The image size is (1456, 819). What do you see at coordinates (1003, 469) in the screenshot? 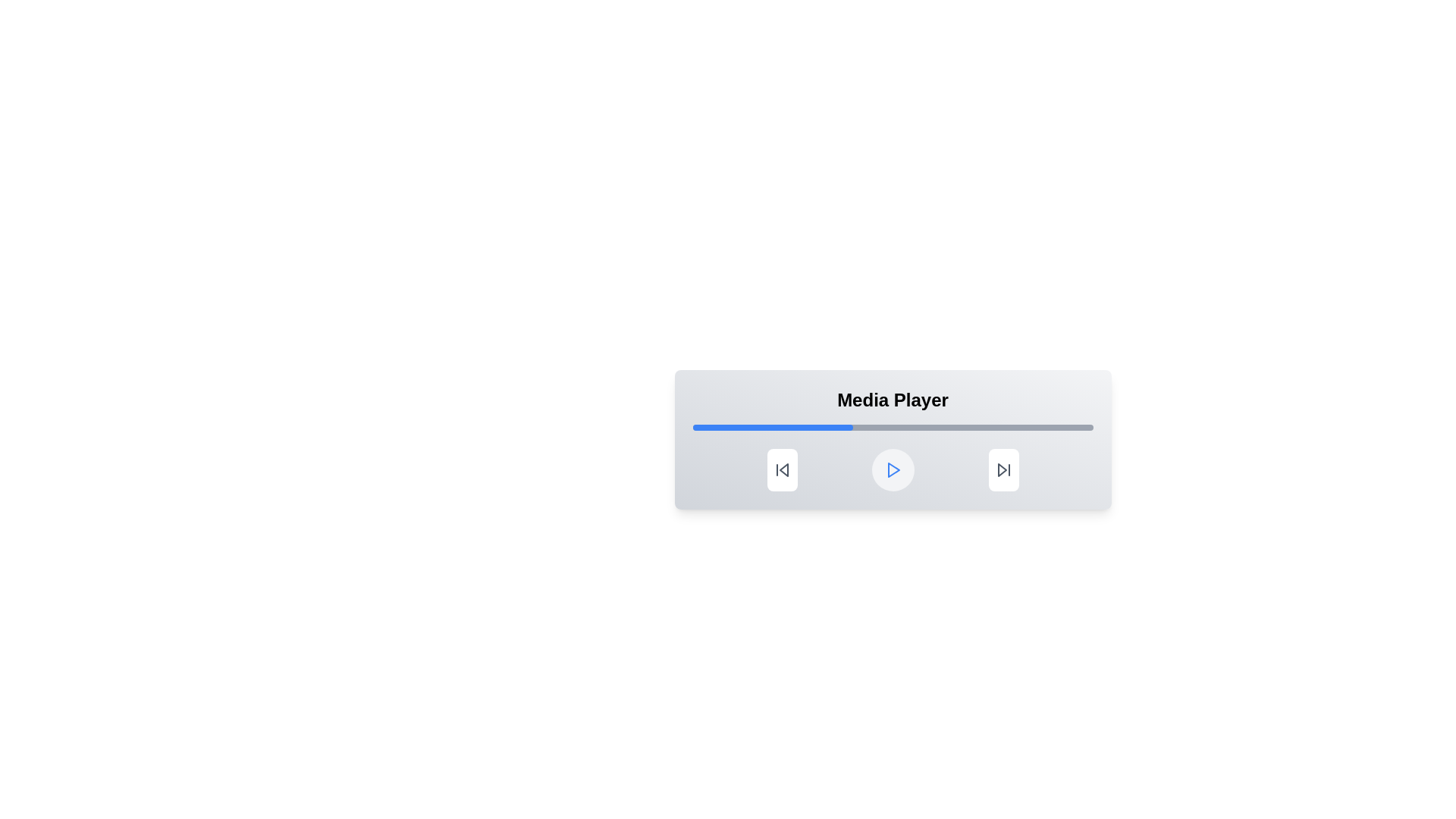
I see `the third button from the right in the media player footer section to skip forward in media playback` at bounding box center [1003, 469].